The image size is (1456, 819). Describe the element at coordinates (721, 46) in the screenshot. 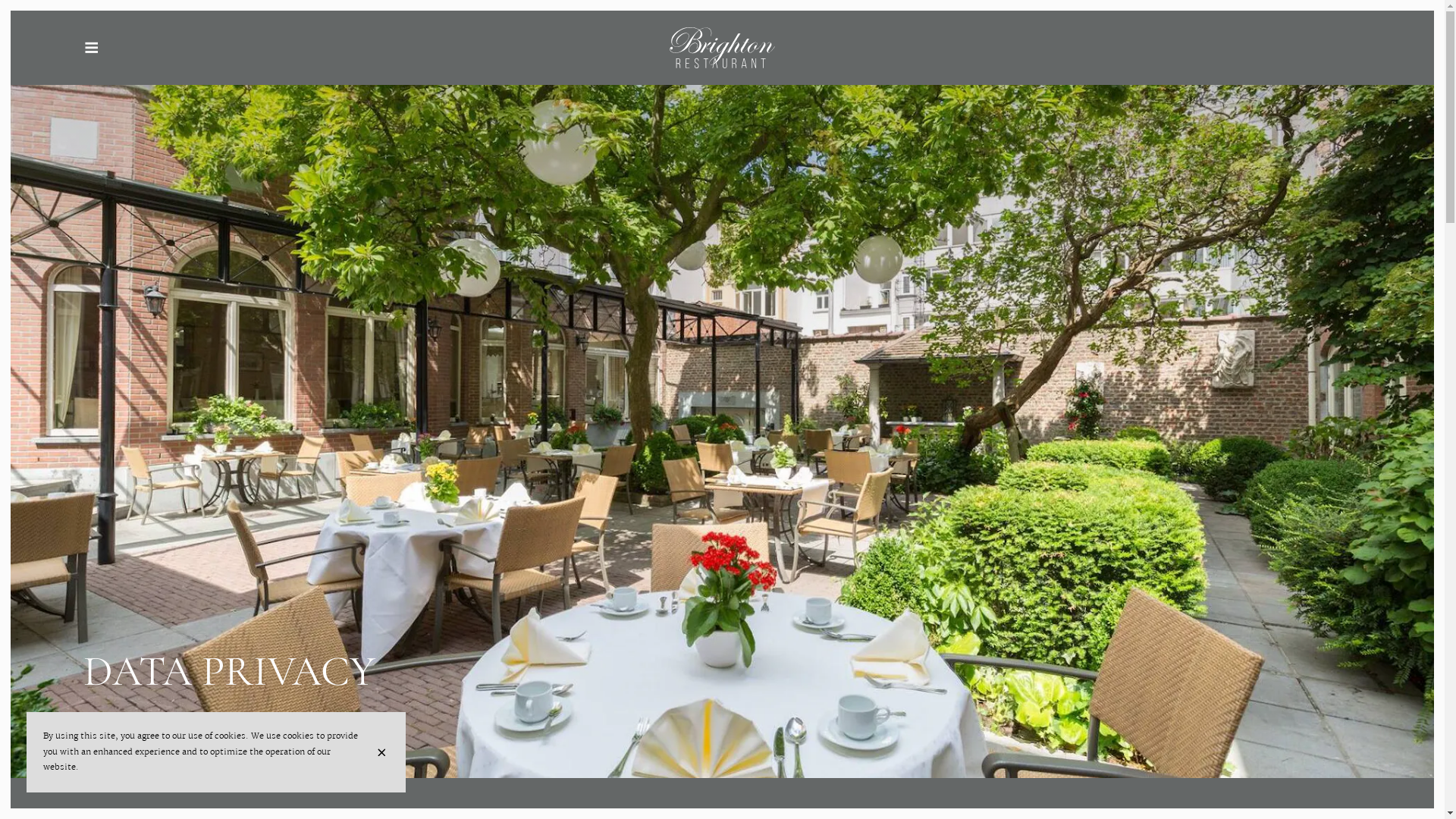

I see `'BRIGHTON RESTAURANT'` at that location.